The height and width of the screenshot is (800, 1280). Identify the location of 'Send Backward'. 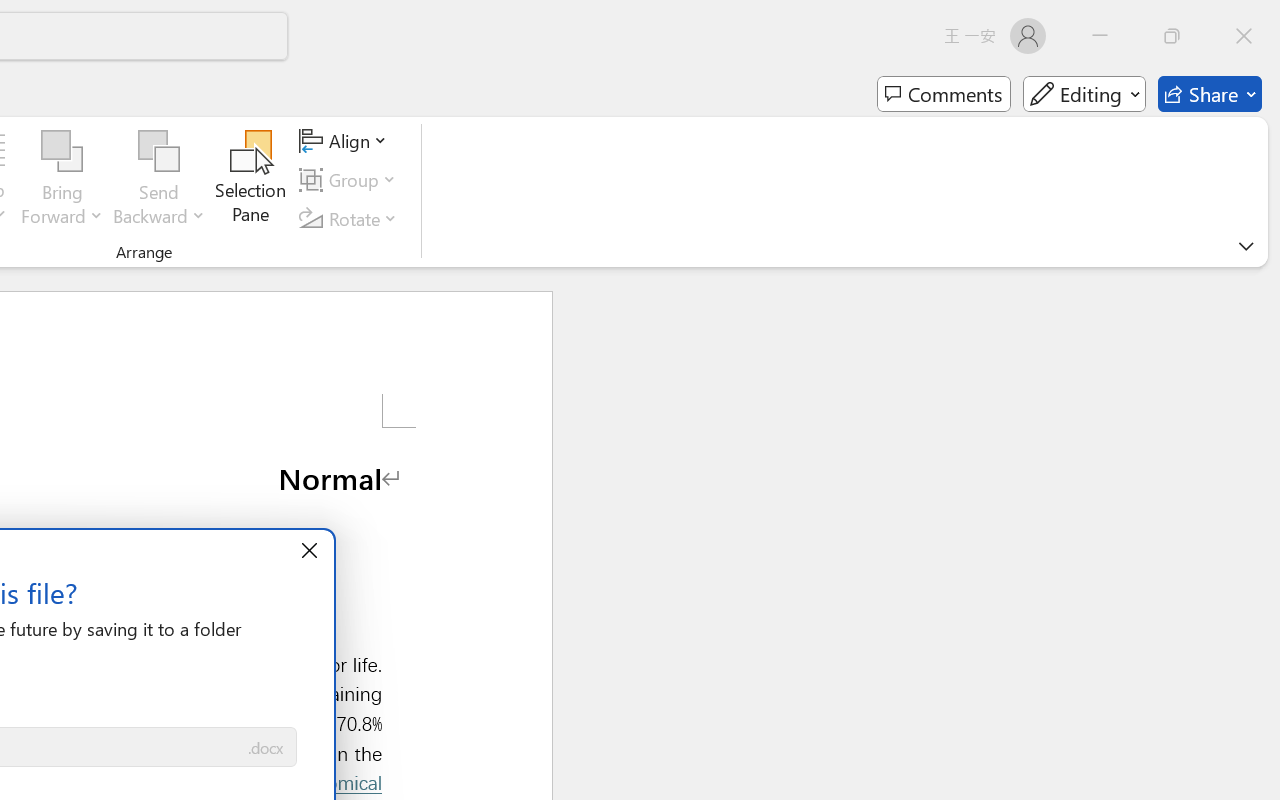
(158, 179).